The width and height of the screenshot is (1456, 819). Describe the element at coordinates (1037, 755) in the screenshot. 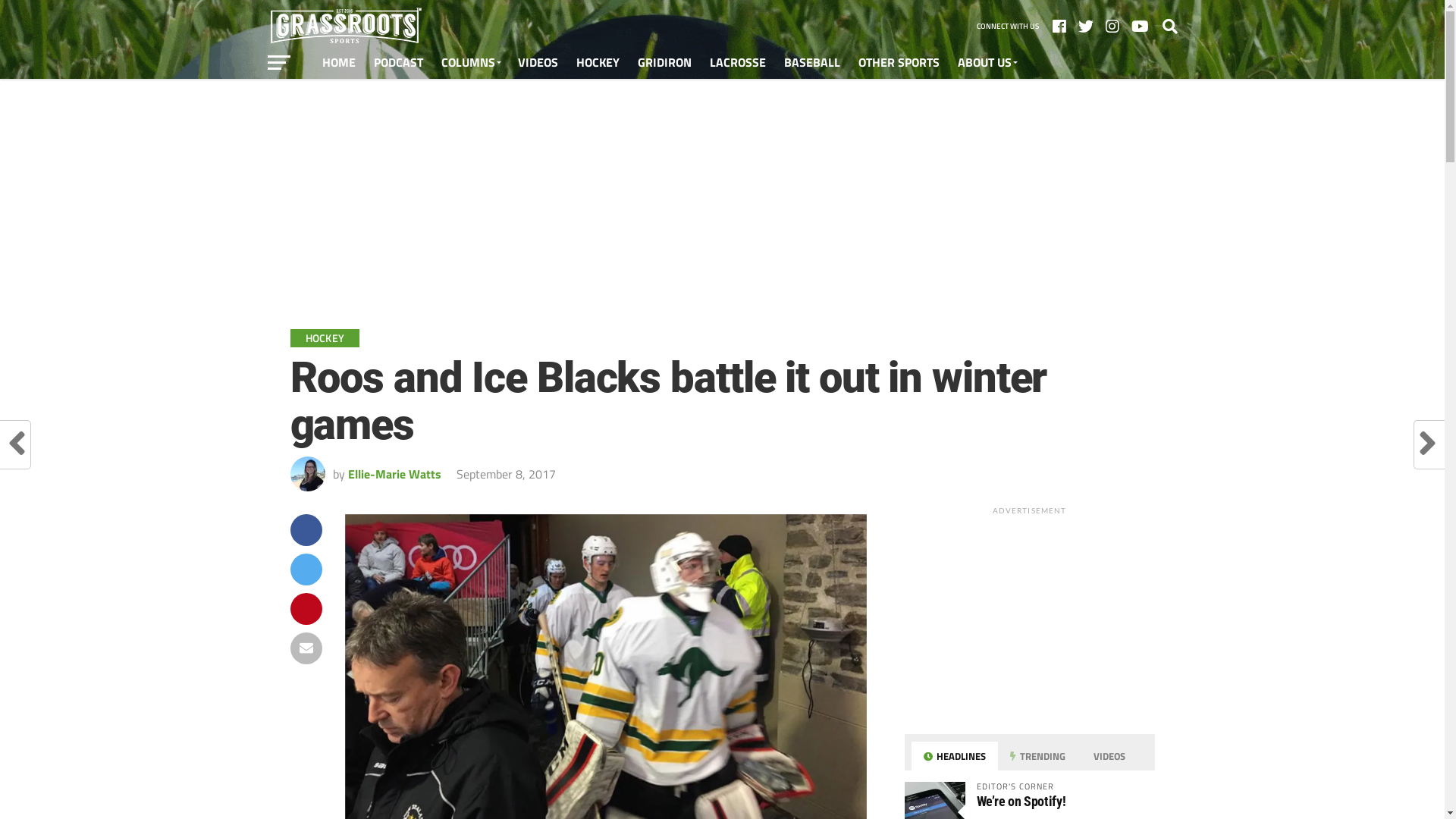

I see `'TRENDING'` at that location.